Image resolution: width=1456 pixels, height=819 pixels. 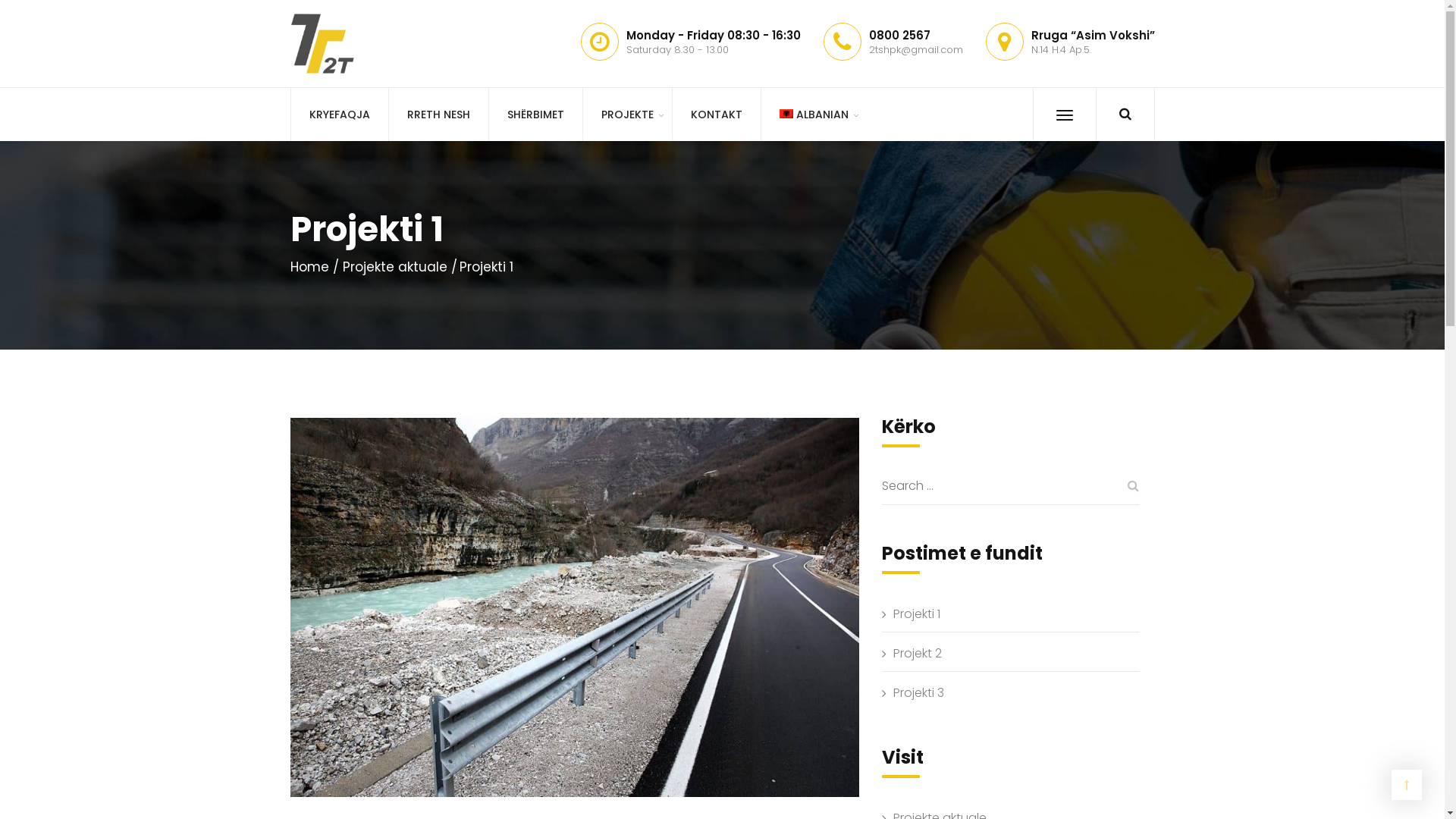 What do you see at coordinates (893, 693) in the screenshot?
I see `'Projekti 3'` at bounding box center [893, 693].